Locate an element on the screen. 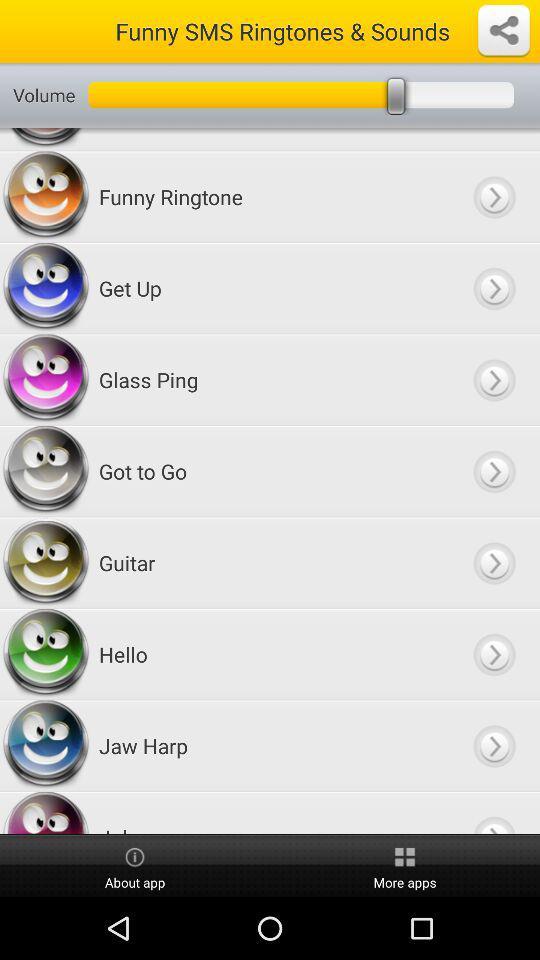 The width and height of the screenshot is (540, 960). share is located at coordinates (502, 30).